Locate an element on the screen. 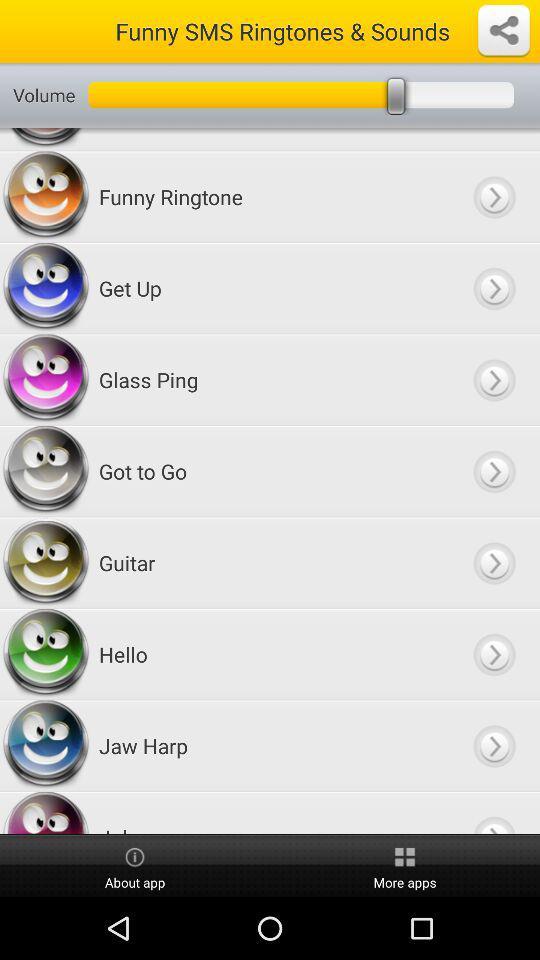 The width and height of the screenshot is (540, 960). share is located at coordinates (502, 30).